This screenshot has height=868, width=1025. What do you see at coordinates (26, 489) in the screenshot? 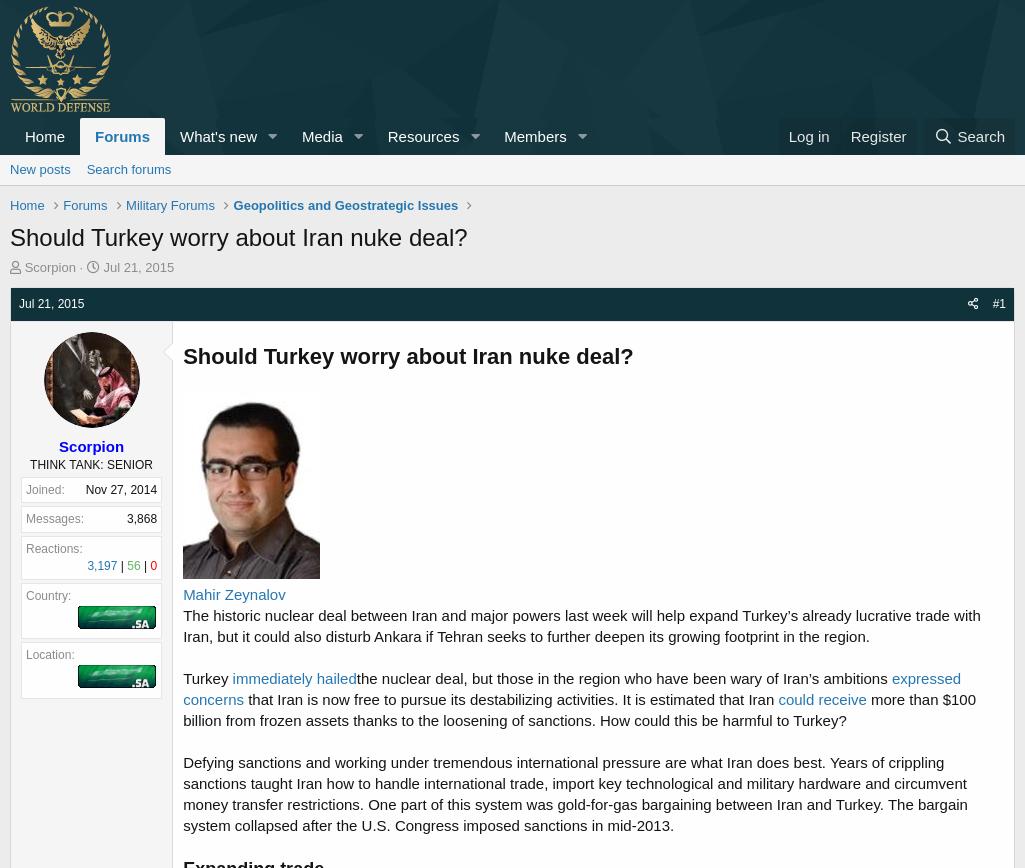
I see `'Joined'` at bounding box center [26, 489].